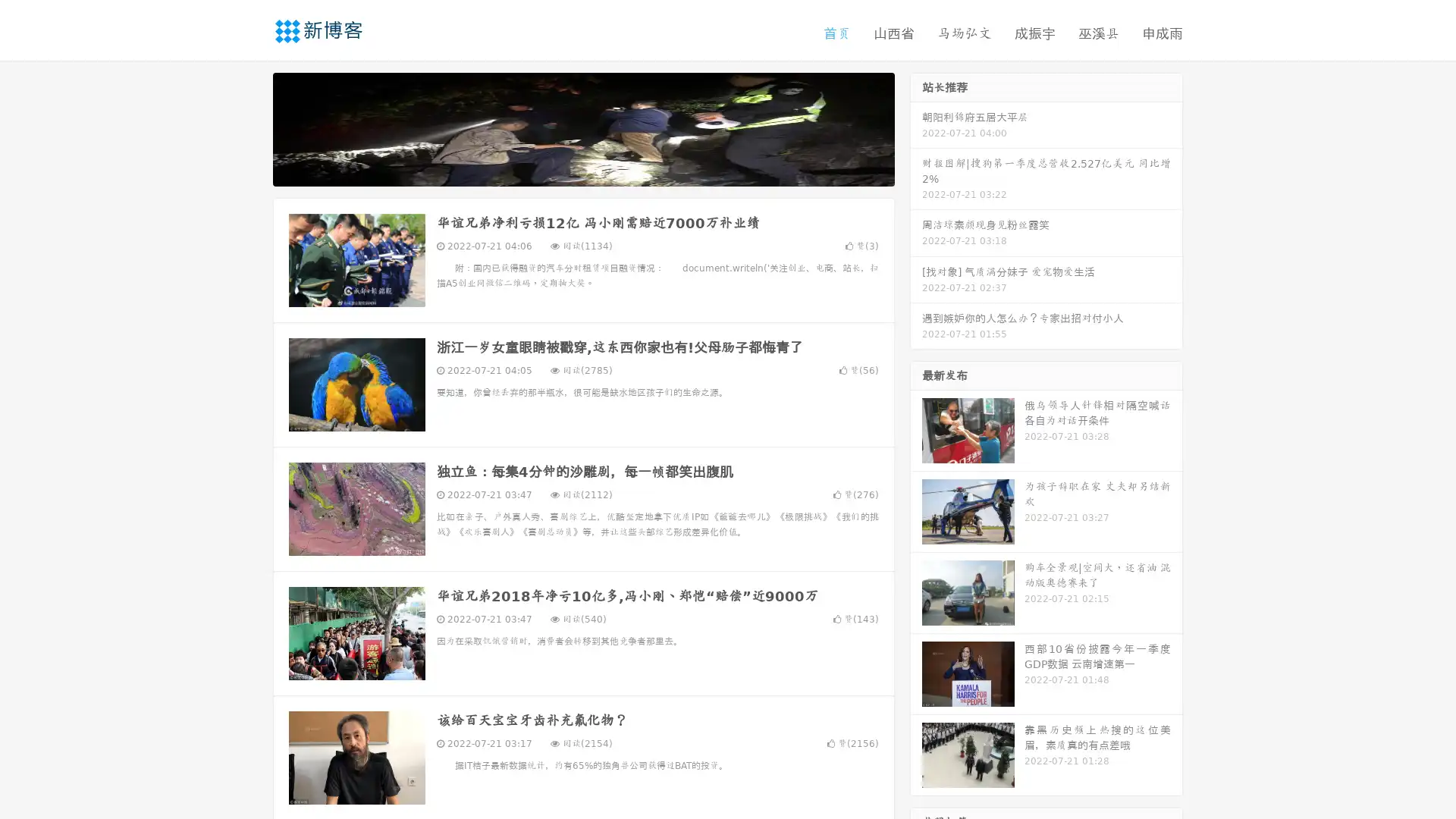 The width and height of the screenshot is (1456, 819). What do you see at coordinates (567, 171) in the screenshot?
I see `Go to slide 1` at bounding box center [567, 171].